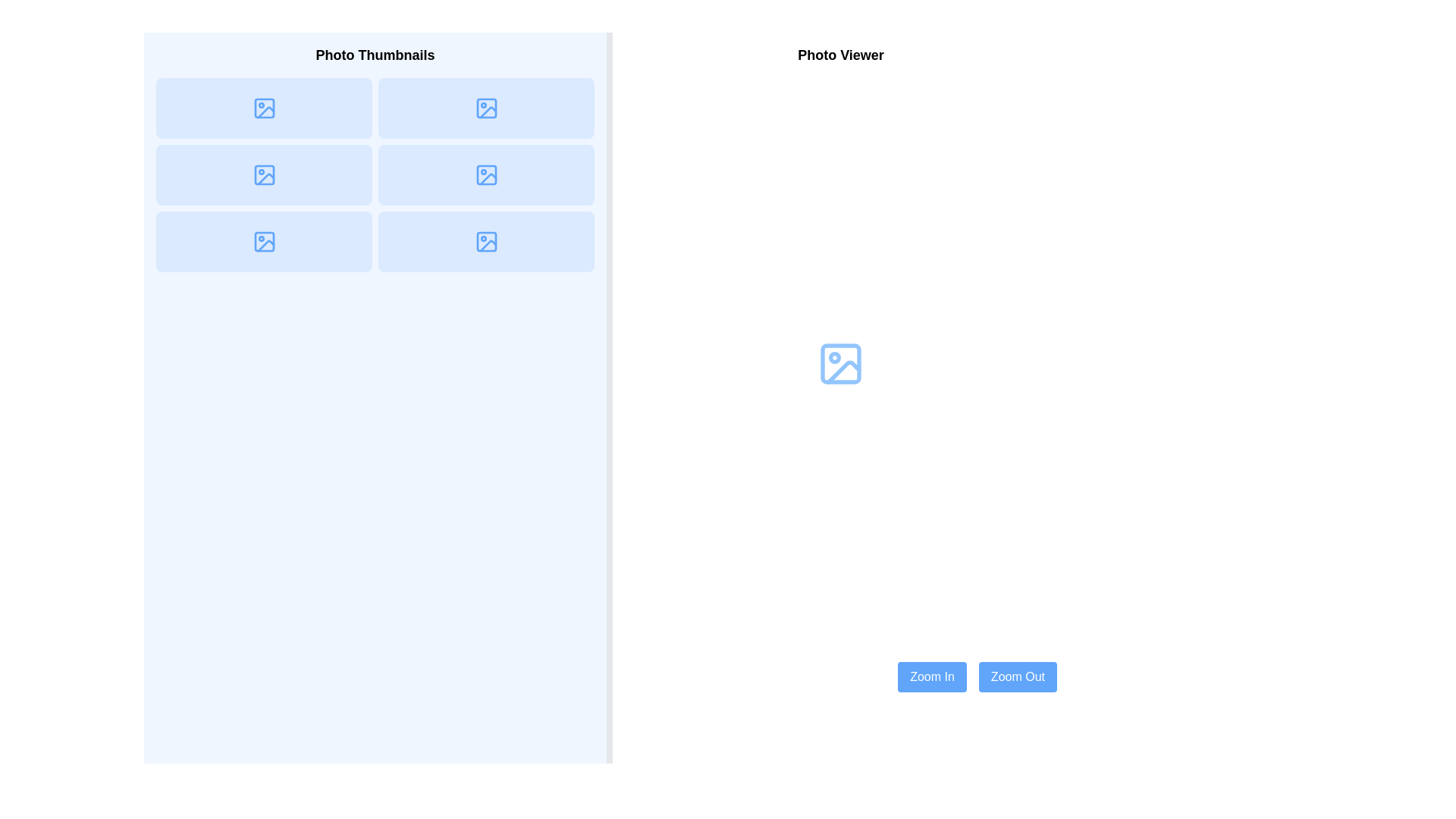 The image size is (1456, 819). I want to click on the decorative element with rounded corners located within the bottom-right thumbnail of a 2x3 grid layout of photo thumbnails, so click(486, 241).